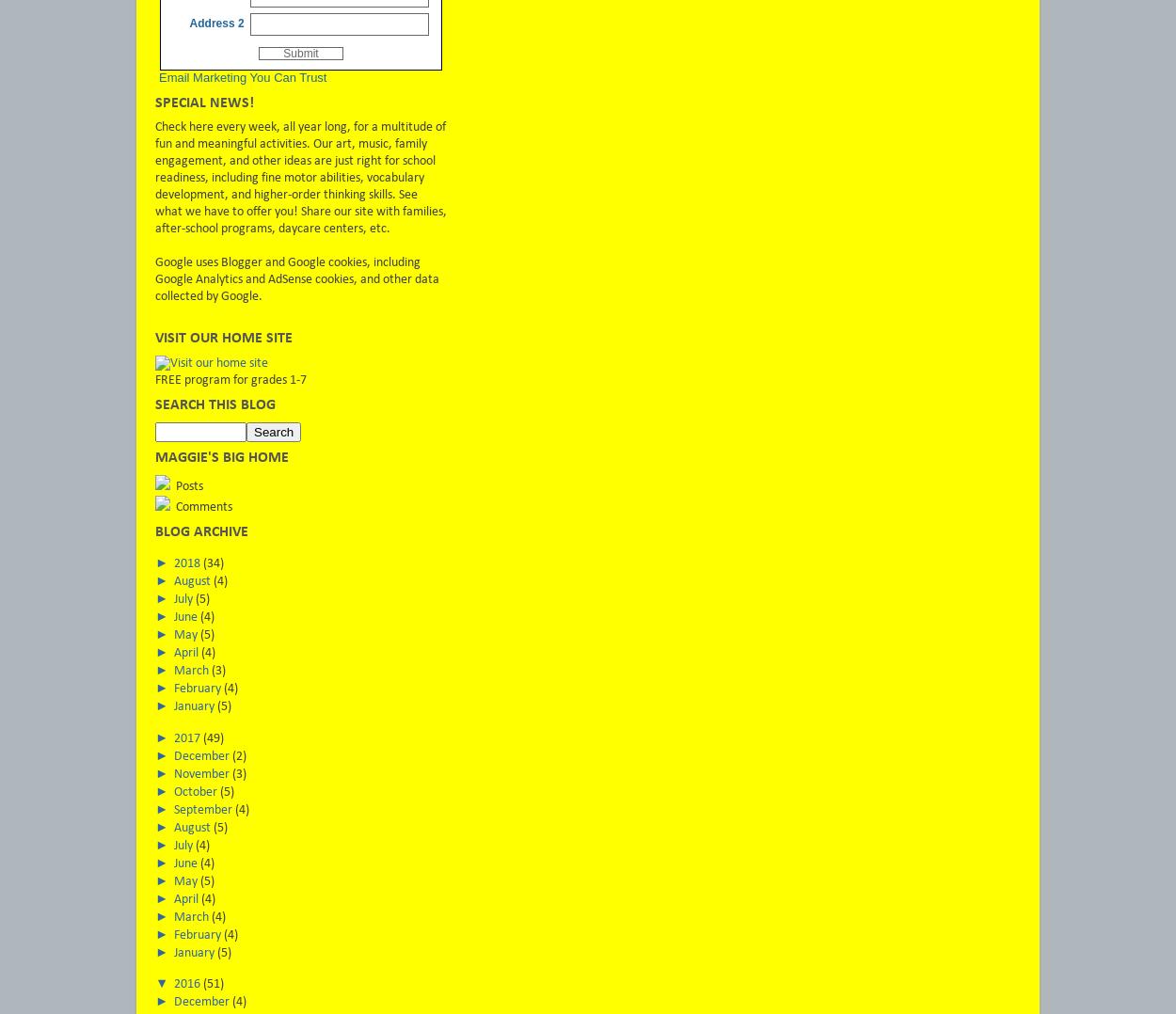 This screenshot has width=1176, height=1014. Describe the element at coordinates (215, 404) in the screenshot. I see `'Search This Blog'` at that location.